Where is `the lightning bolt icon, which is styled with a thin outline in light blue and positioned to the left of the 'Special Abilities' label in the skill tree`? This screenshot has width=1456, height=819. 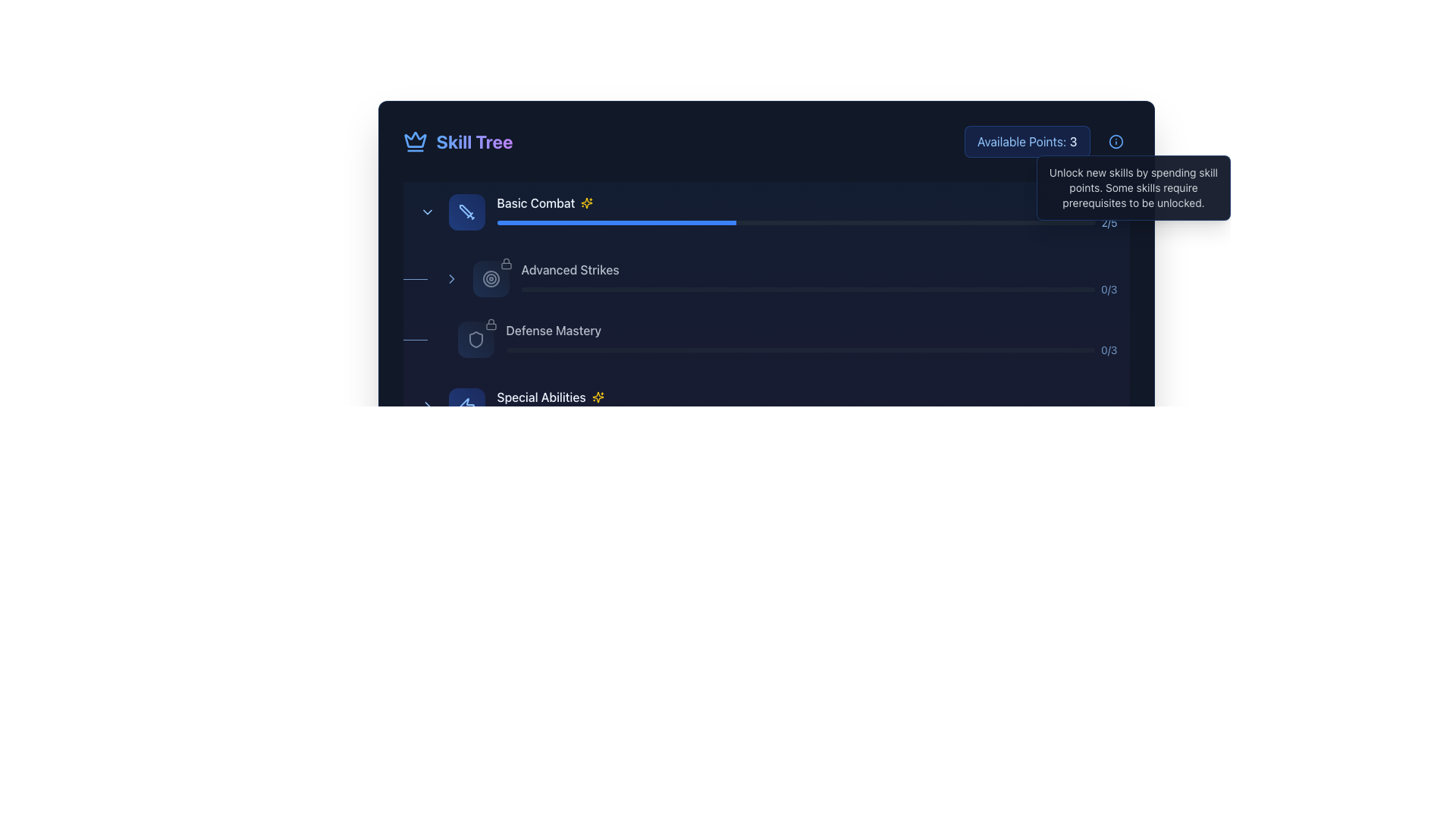 the lightning bolt icon, which is styled with a thin outline in light blue and positioned to the left of the 'Special Abilities' label in the skill tree is located at coordinates (466, 406).